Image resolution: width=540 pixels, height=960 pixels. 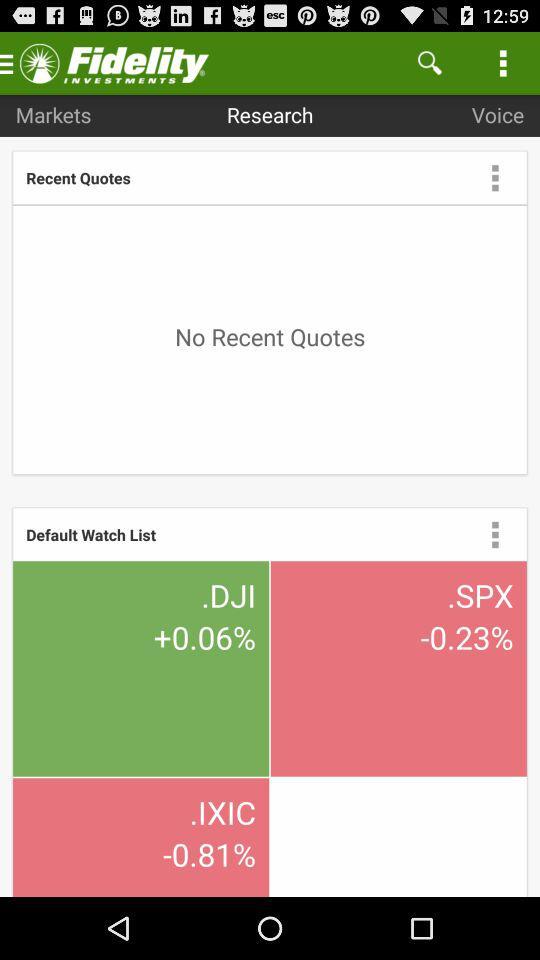 I want to click on the markets, so click(x=53, y=114).